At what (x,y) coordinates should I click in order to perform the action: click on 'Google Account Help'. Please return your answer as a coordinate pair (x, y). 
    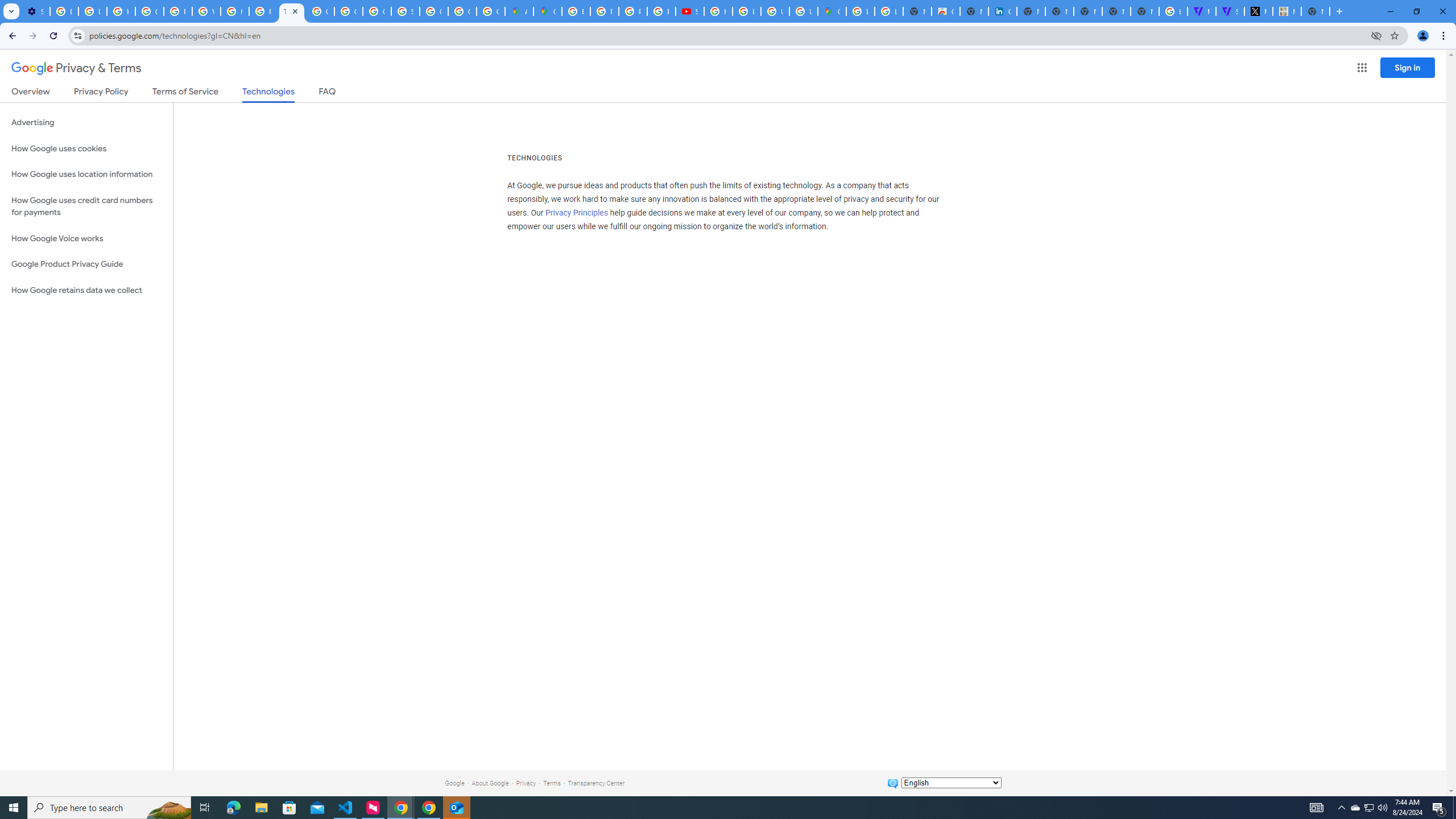
    Looking at the image, I should click on (148, 11).